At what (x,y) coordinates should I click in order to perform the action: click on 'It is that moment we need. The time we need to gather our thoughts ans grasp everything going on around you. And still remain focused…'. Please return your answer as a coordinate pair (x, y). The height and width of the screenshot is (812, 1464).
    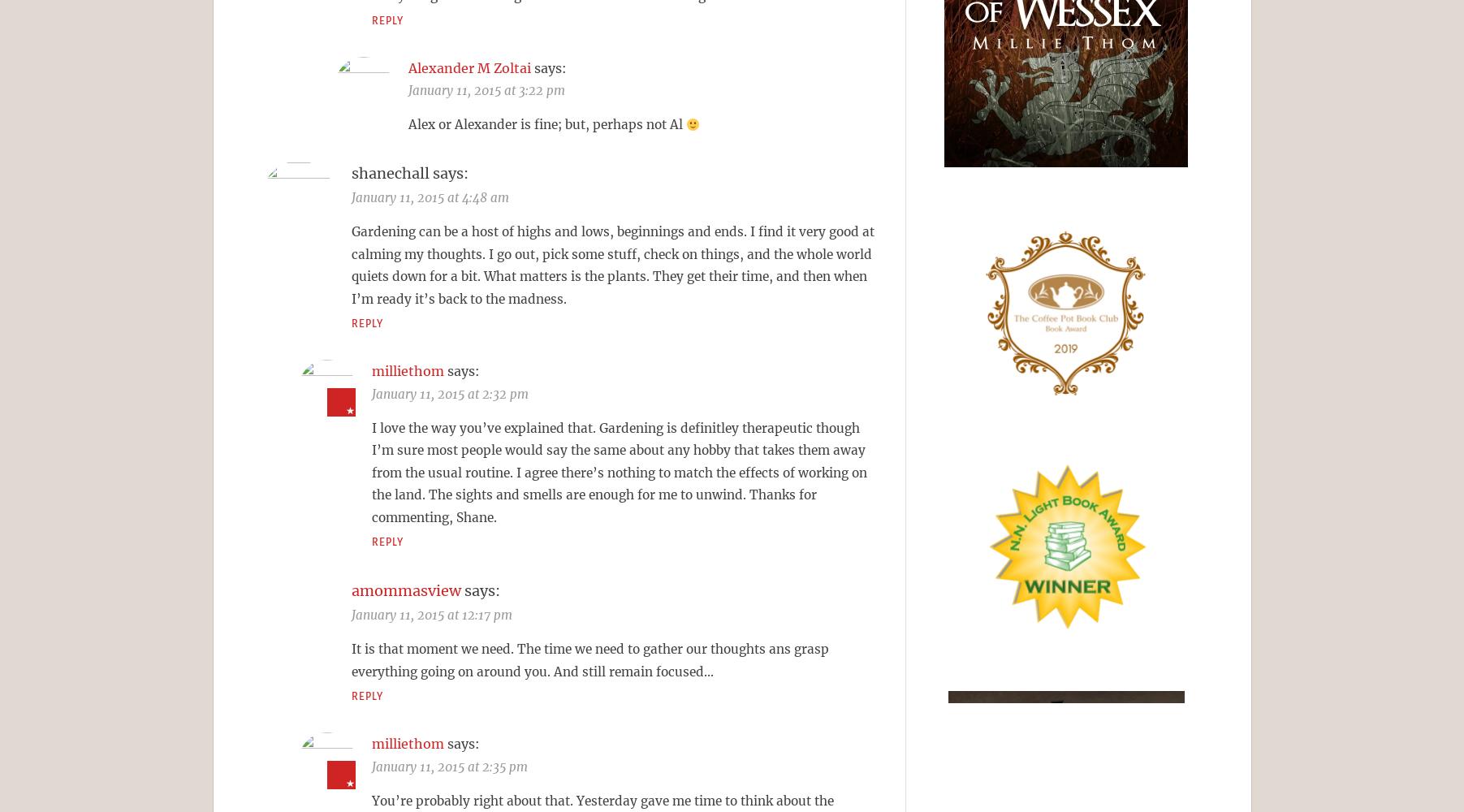
    Looking at the image, I should click on (589, 659).